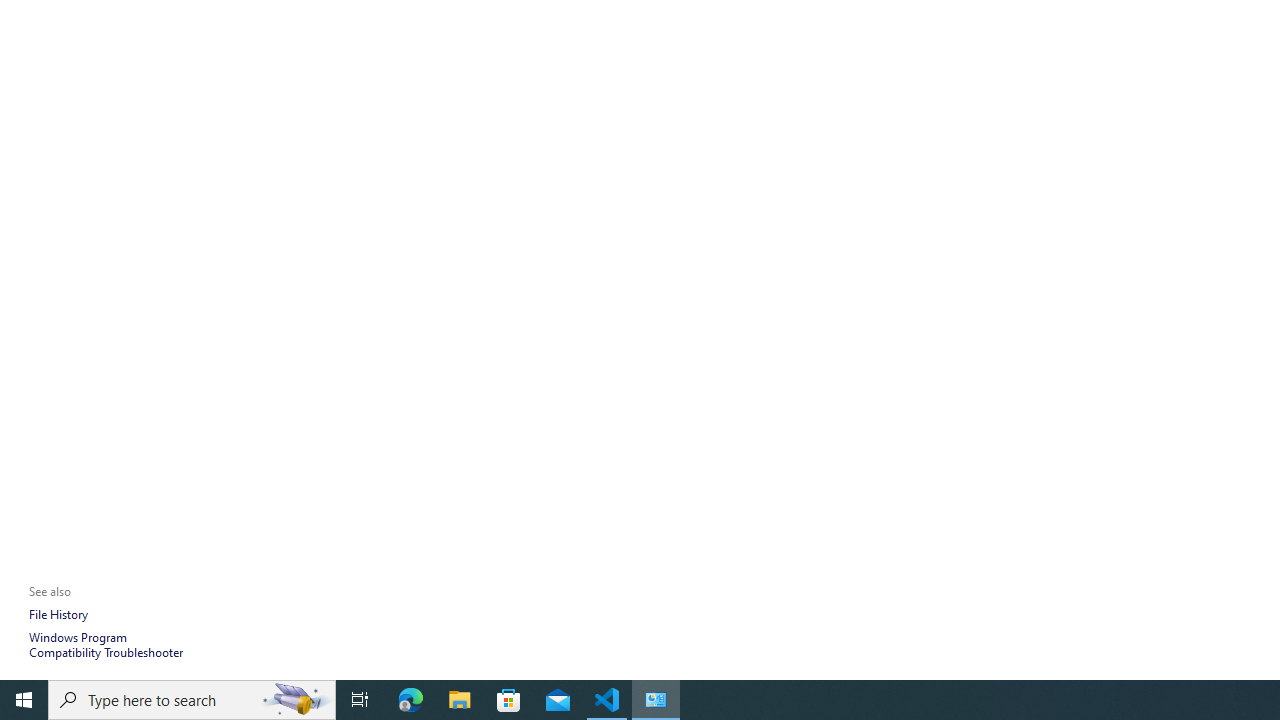 The width and height of the screenshot is (1280, 720). Describe the element at coordinates (58, 613) in the screenshot. I see `'File History'` at that location.